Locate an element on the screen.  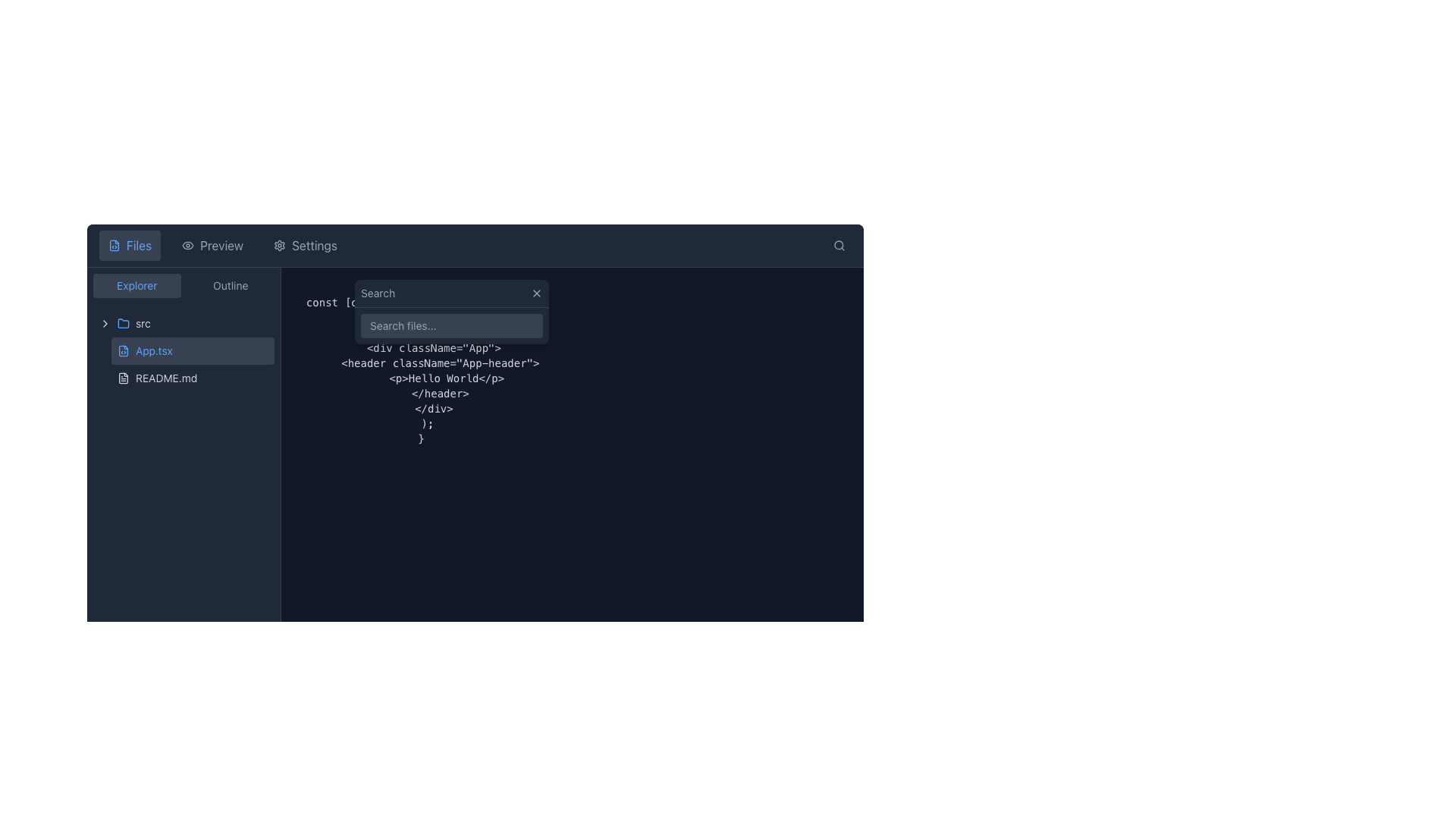
the 'Preview' navigation option located in the horizontal navigation bar at the top left corner of the interface is located at coordinates (221, 245).